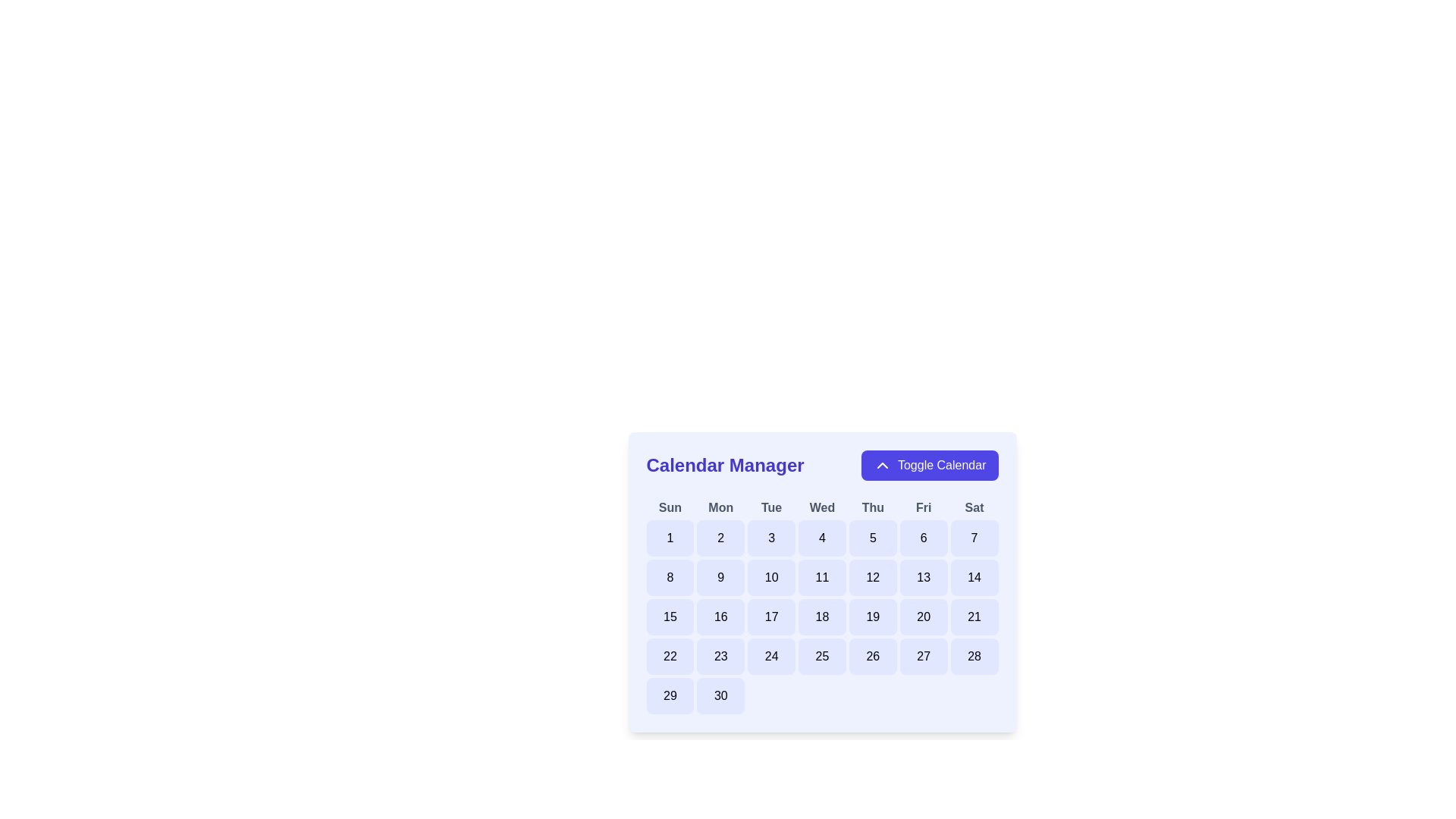  Describe the element at coordinates (720, 537) in the screenshot. I see `the button representing the second day of the month in the calendar layout located under the 'Mon' column header` at that location.